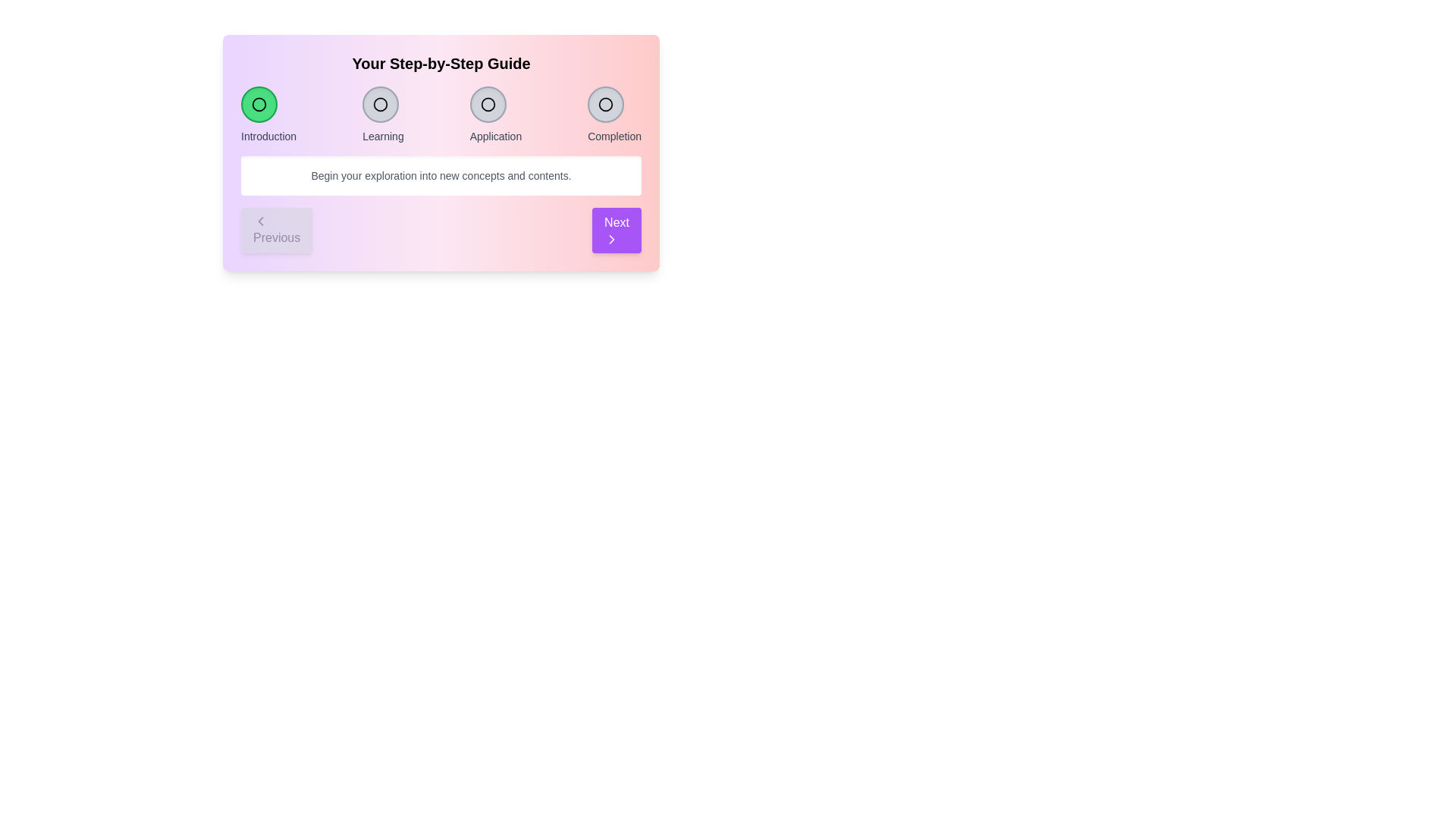  What do you see at coordinates (488, 104) in the screenshot?
I see `the center of the third circular SVG icon in the horizontal step menu` at bounding box center [488, 104].